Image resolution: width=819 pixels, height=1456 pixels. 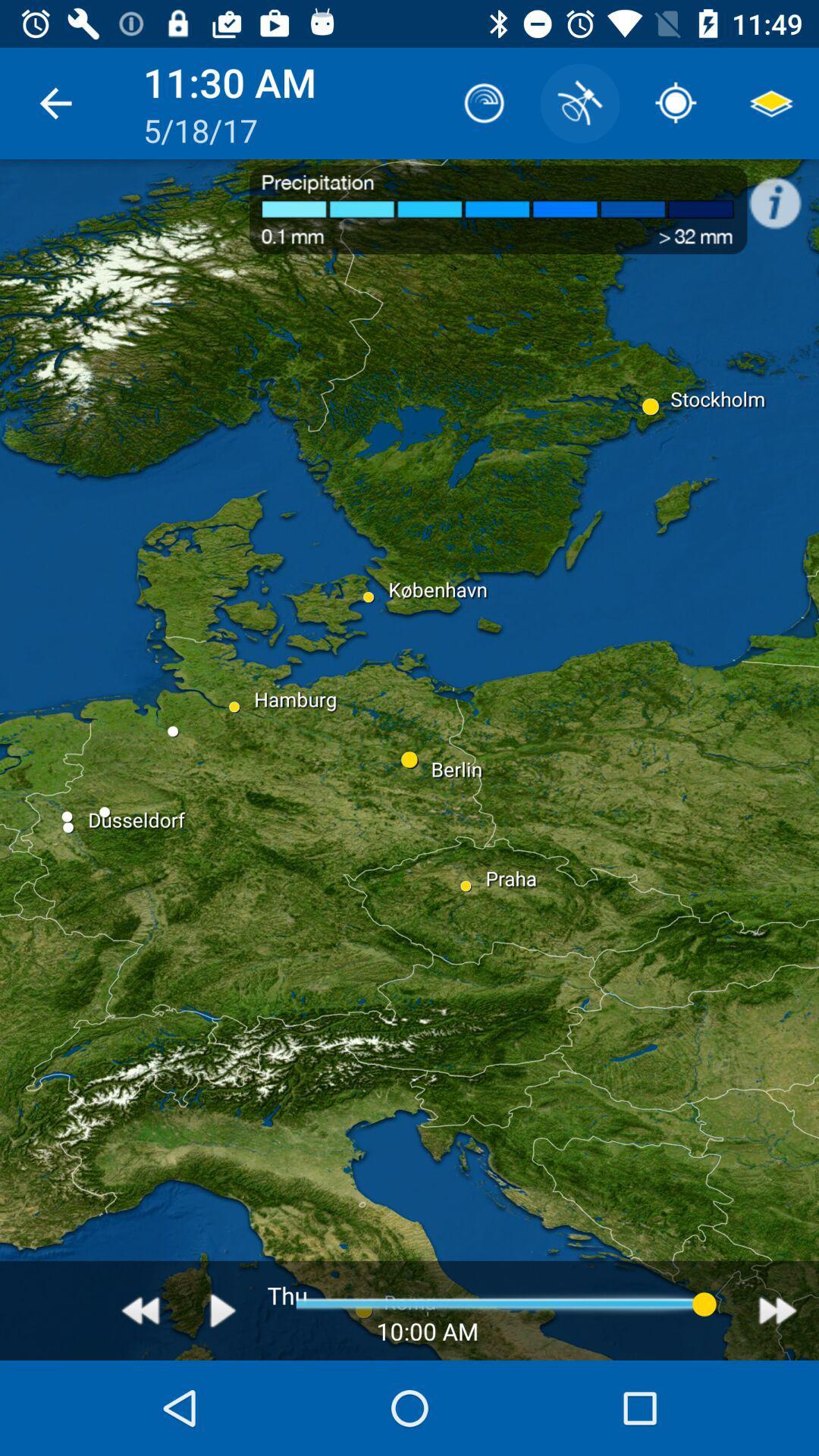 What do you see at coordinates (223, 1310) in the screenshot?
I see `the play icon` at bounding box center [223, 1310].